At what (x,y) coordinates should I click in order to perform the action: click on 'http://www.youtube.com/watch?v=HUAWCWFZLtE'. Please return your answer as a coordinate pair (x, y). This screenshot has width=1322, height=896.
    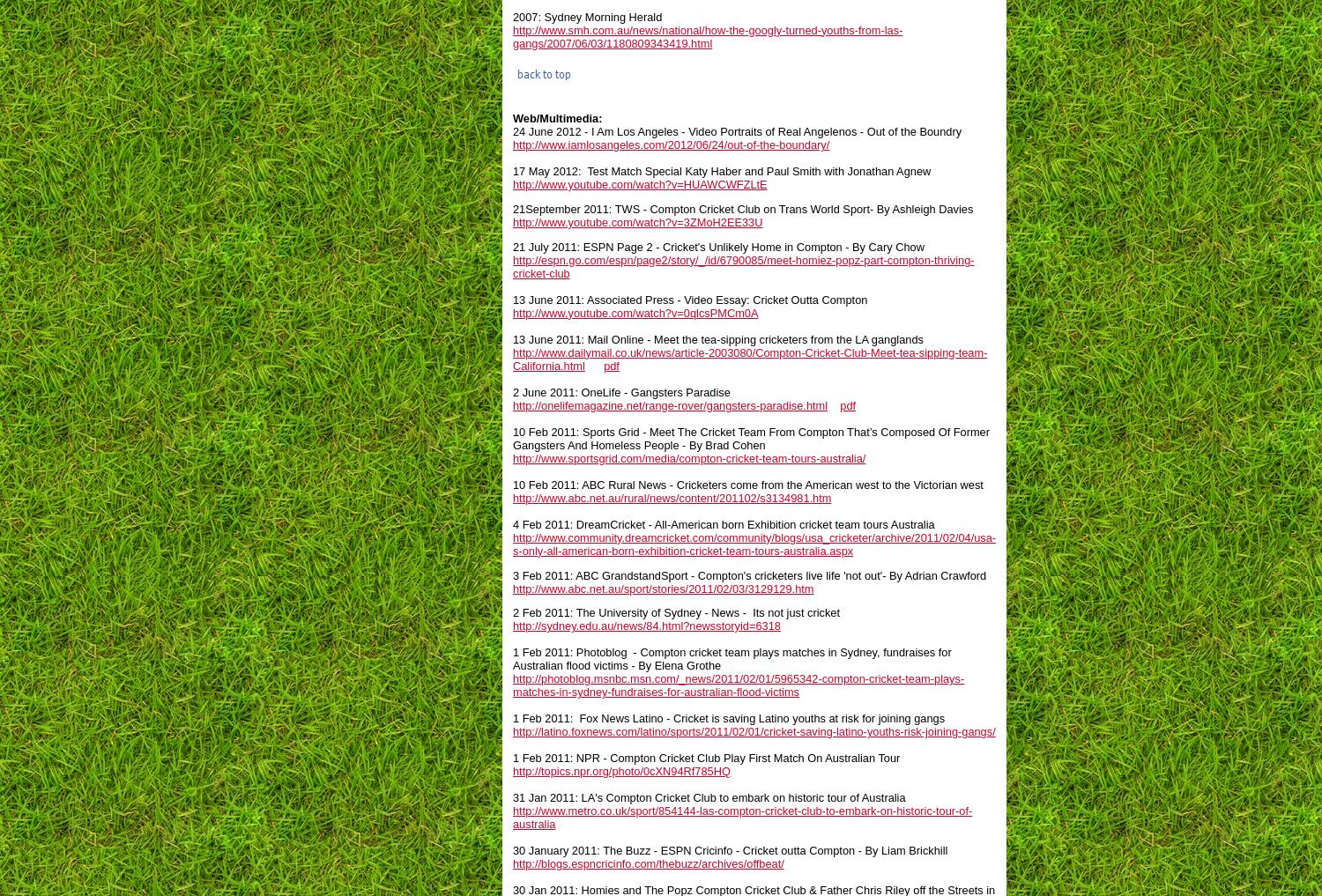
    Looking at the image, I should click on (512, 184).